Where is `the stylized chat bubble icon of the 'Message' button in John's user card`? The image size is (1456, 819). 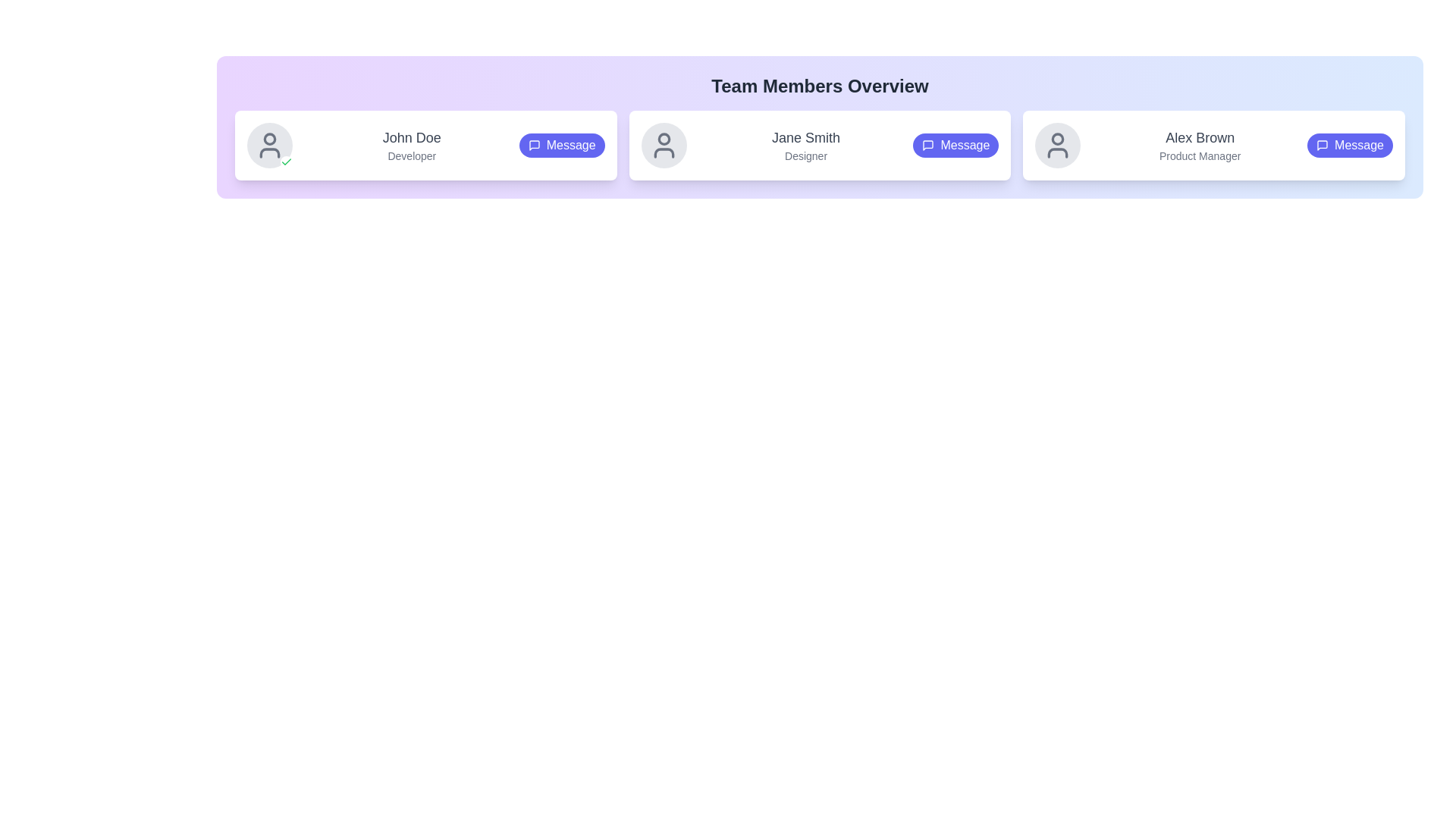
the stylized chat bubble icon of the 'Message' button in John's user card is located at coordinates (534, 146).